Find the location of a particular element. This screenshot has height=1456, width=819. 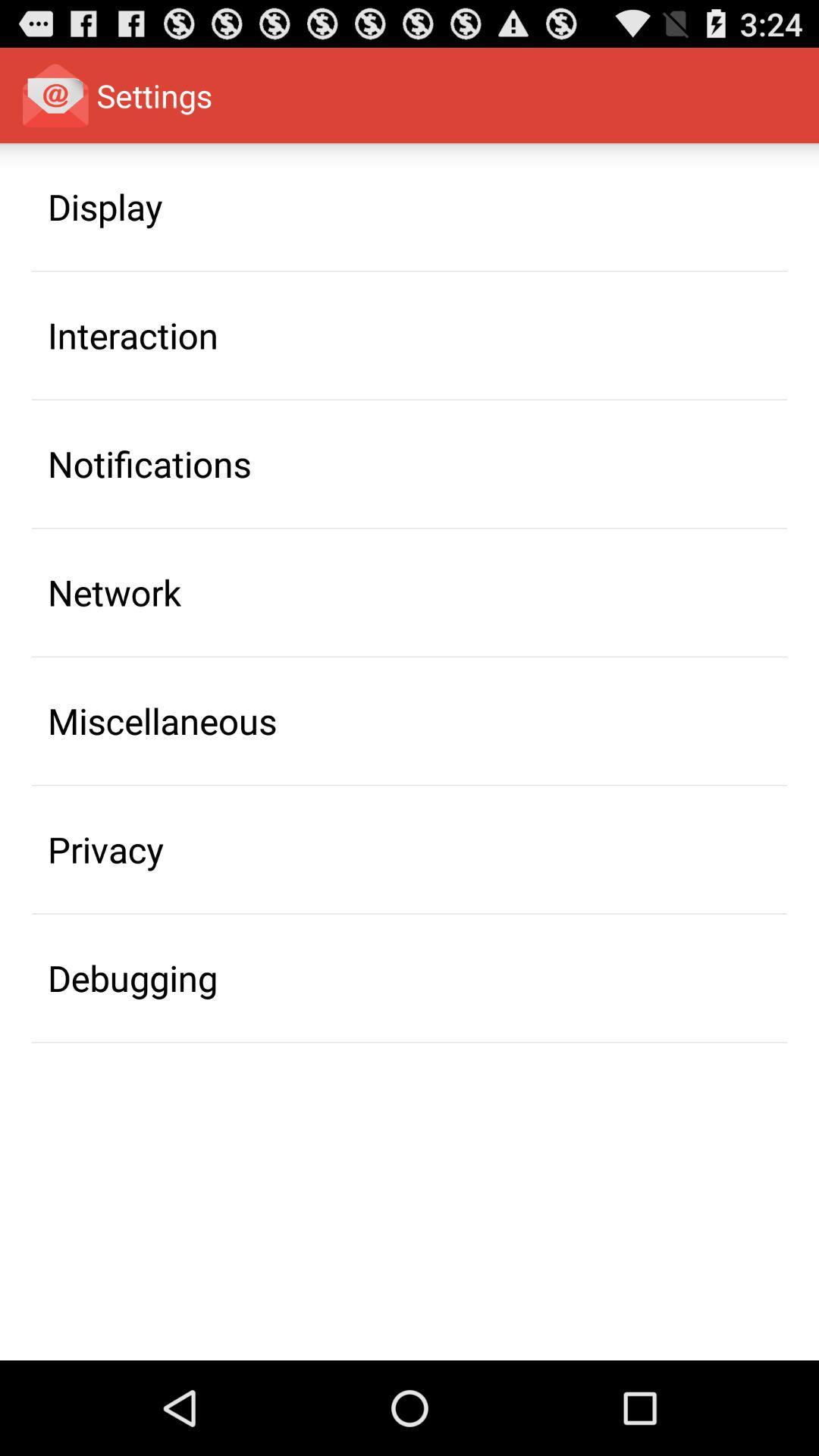

the privacy is located at coordinates (105, 849).